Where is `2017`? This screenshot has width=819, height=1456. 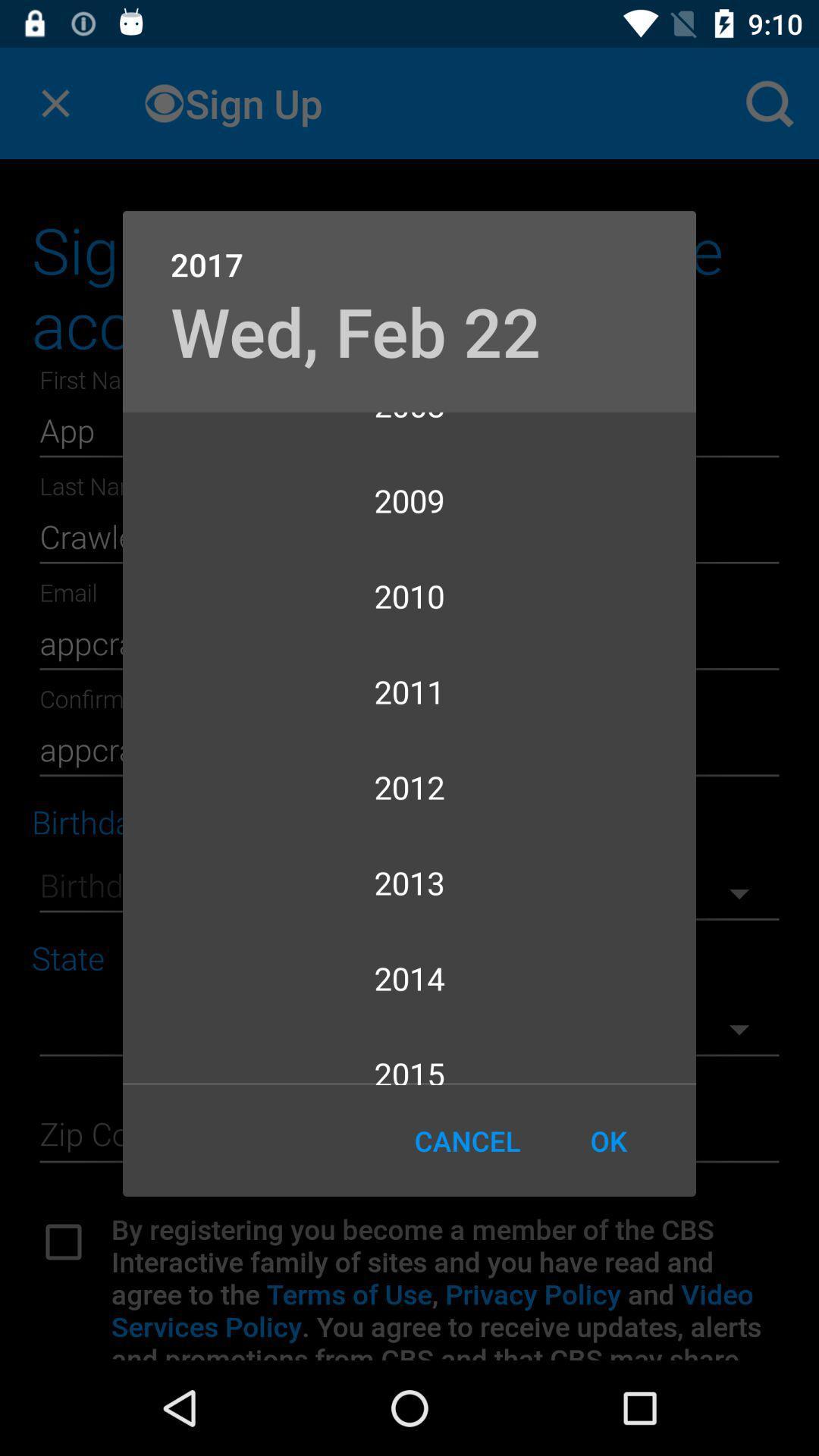
2017 is located at coordinates (409, 248).